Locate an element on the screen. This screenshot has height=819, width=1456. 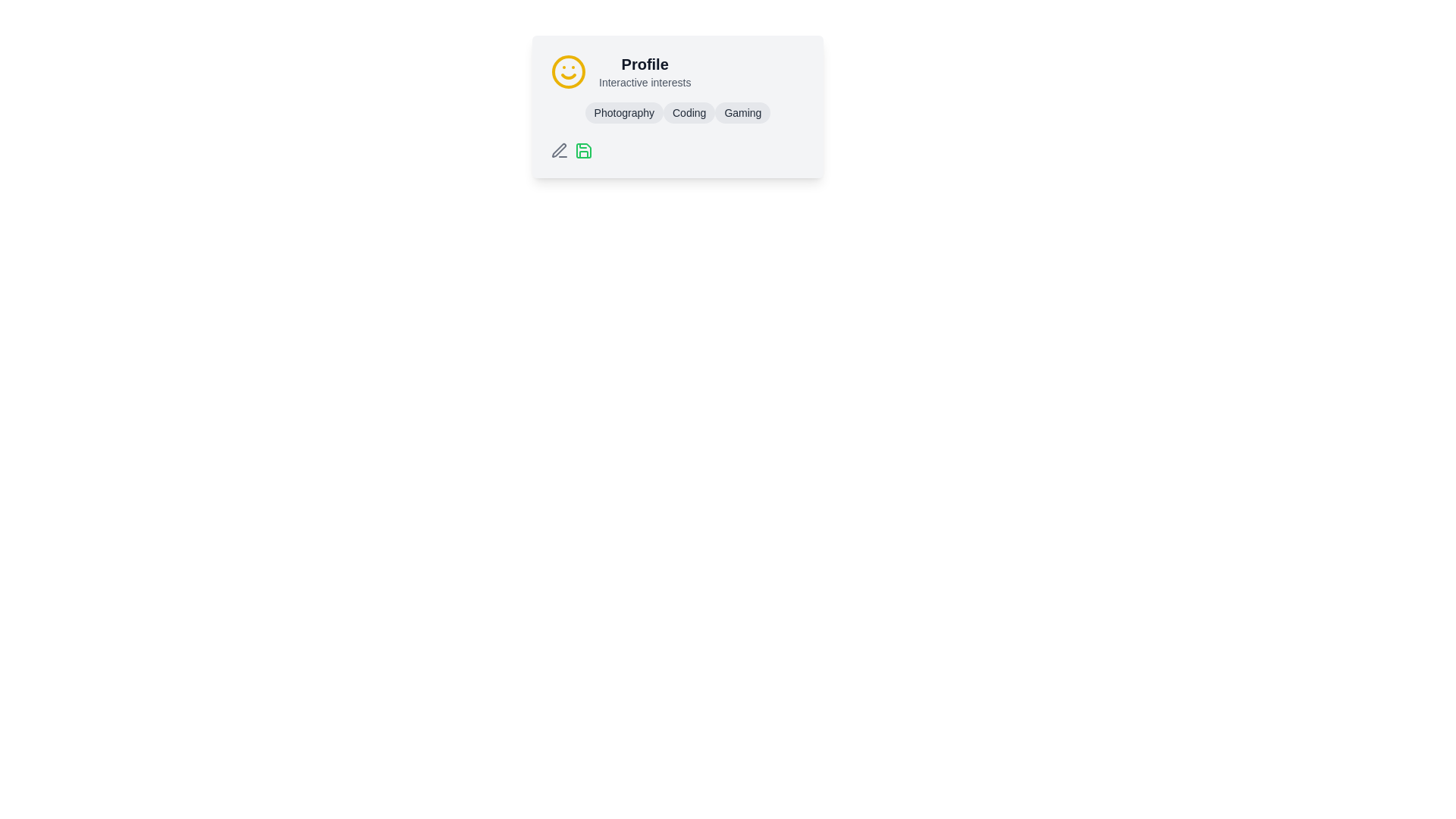
the pen-shaped graphical icon representing edit functionality located in the bottom-left section of the profile card interface is located at coordinates (558, 150).